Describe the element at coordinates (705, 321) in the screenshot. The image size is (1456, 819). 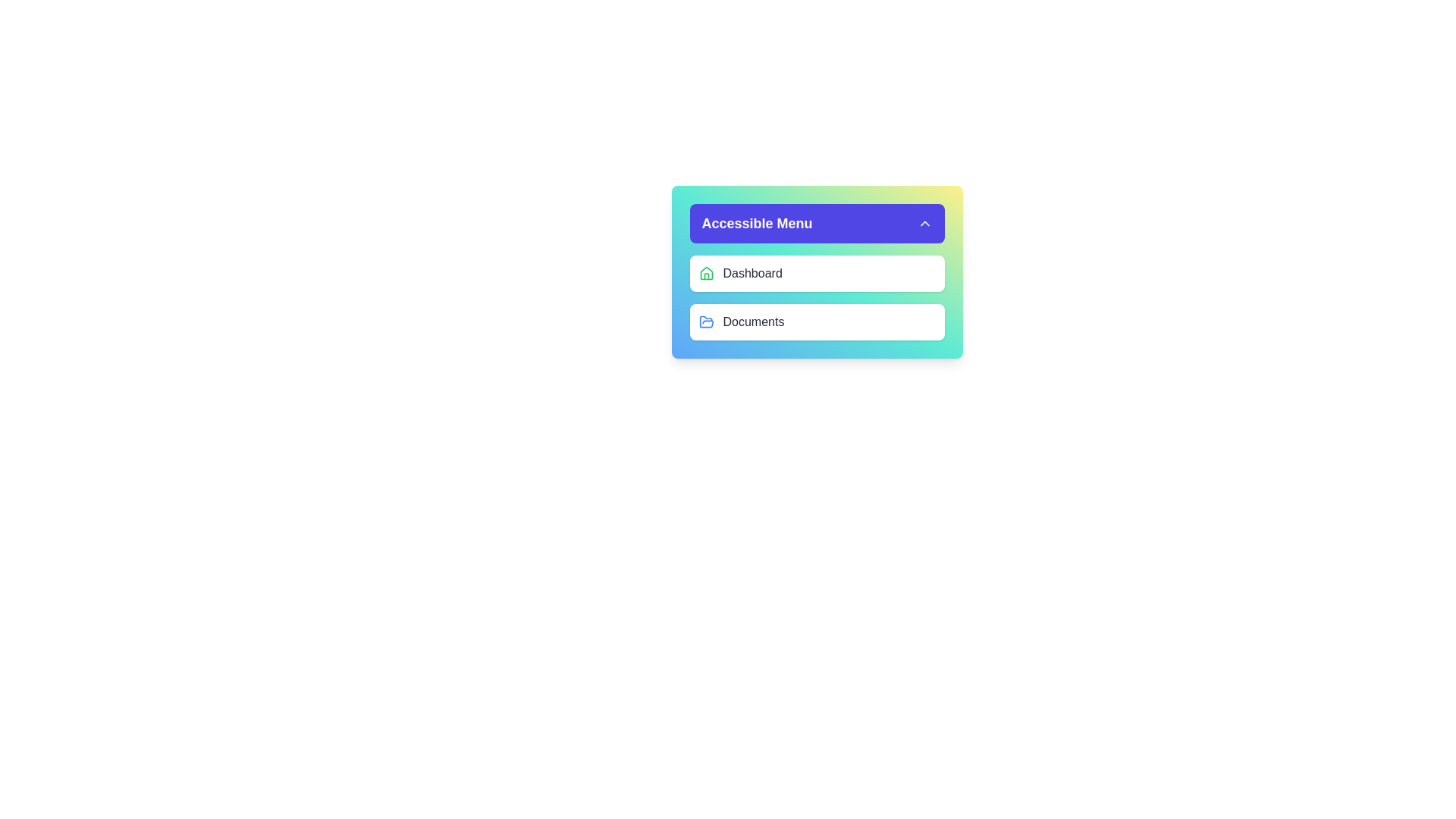
I see `the open folder icon located to the left of the 'Documents' label within a white rounded rectangular component, positioned below the 'Dashboard' entry` at that location.